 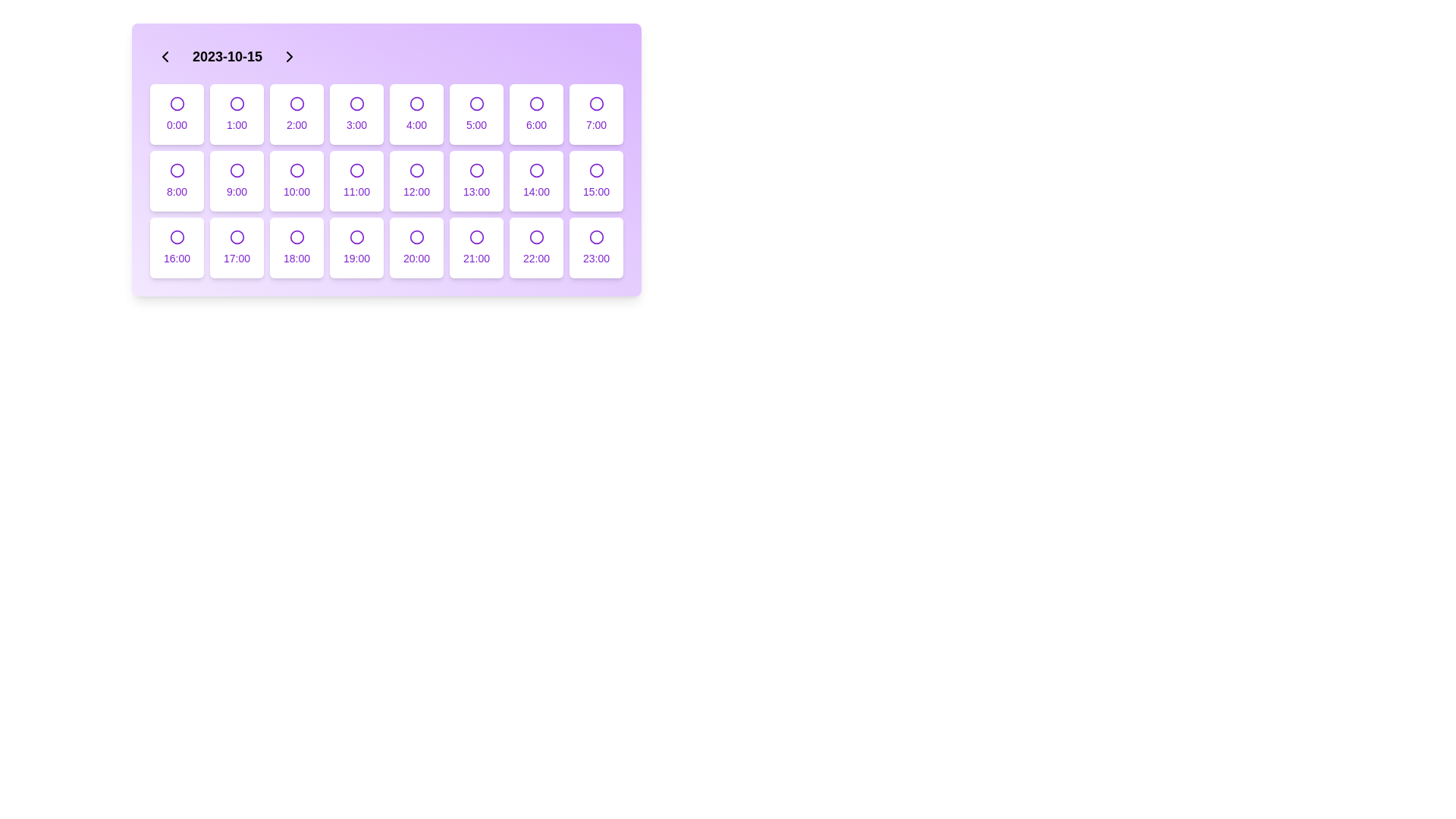 What do you see at coordinates (475, 113) in the screenshot?
I see `the interactive time selection button for the '5:00' time slot, which is the sixth button in the first row of the grid layout` at bounding box center [475, 113].